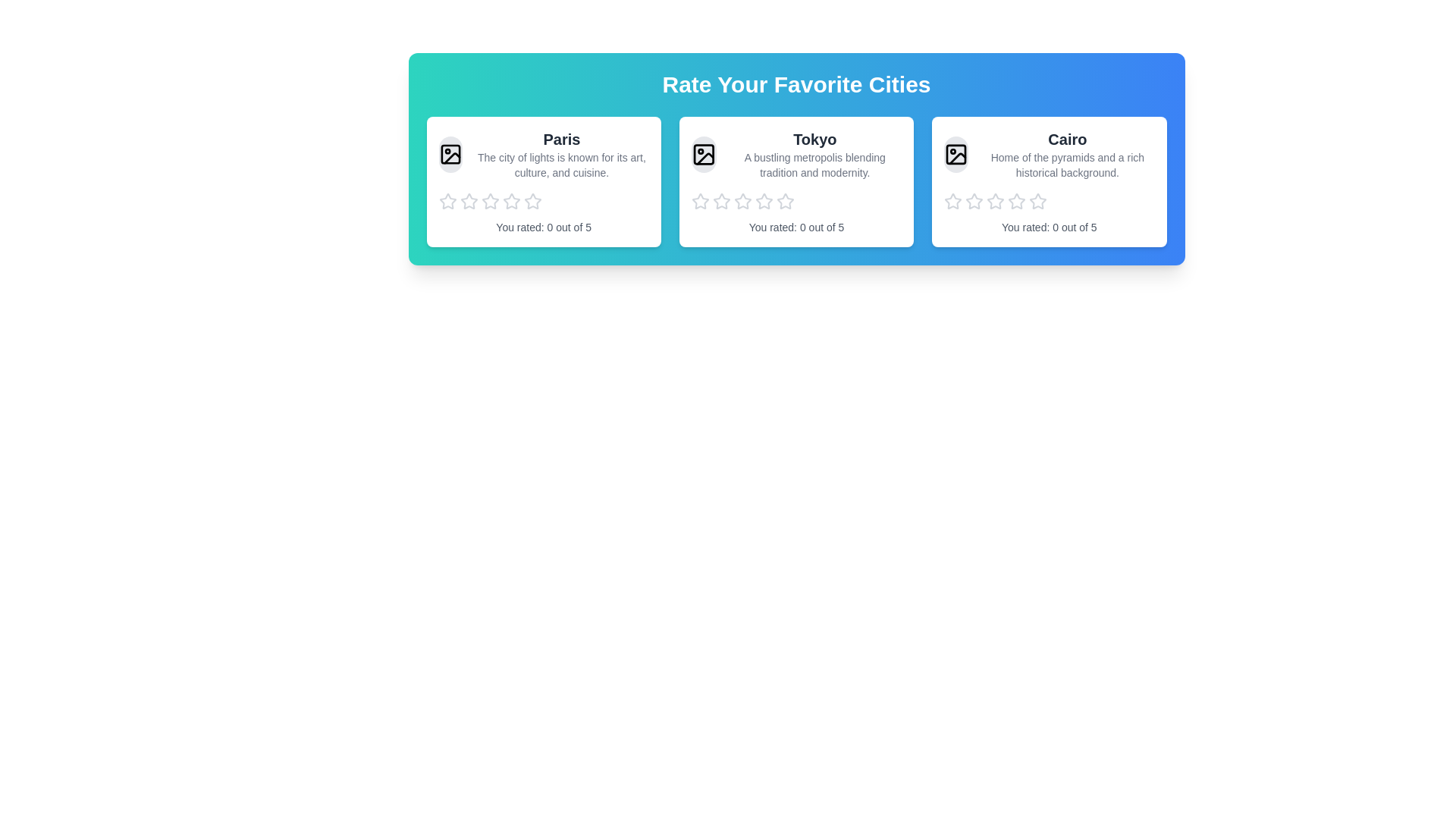 This screenshot has width=1456, height=819. I want to click on the first star icon in the rating component of the 'Cairo' card, which allows users to select a rating, so click(952, 201).